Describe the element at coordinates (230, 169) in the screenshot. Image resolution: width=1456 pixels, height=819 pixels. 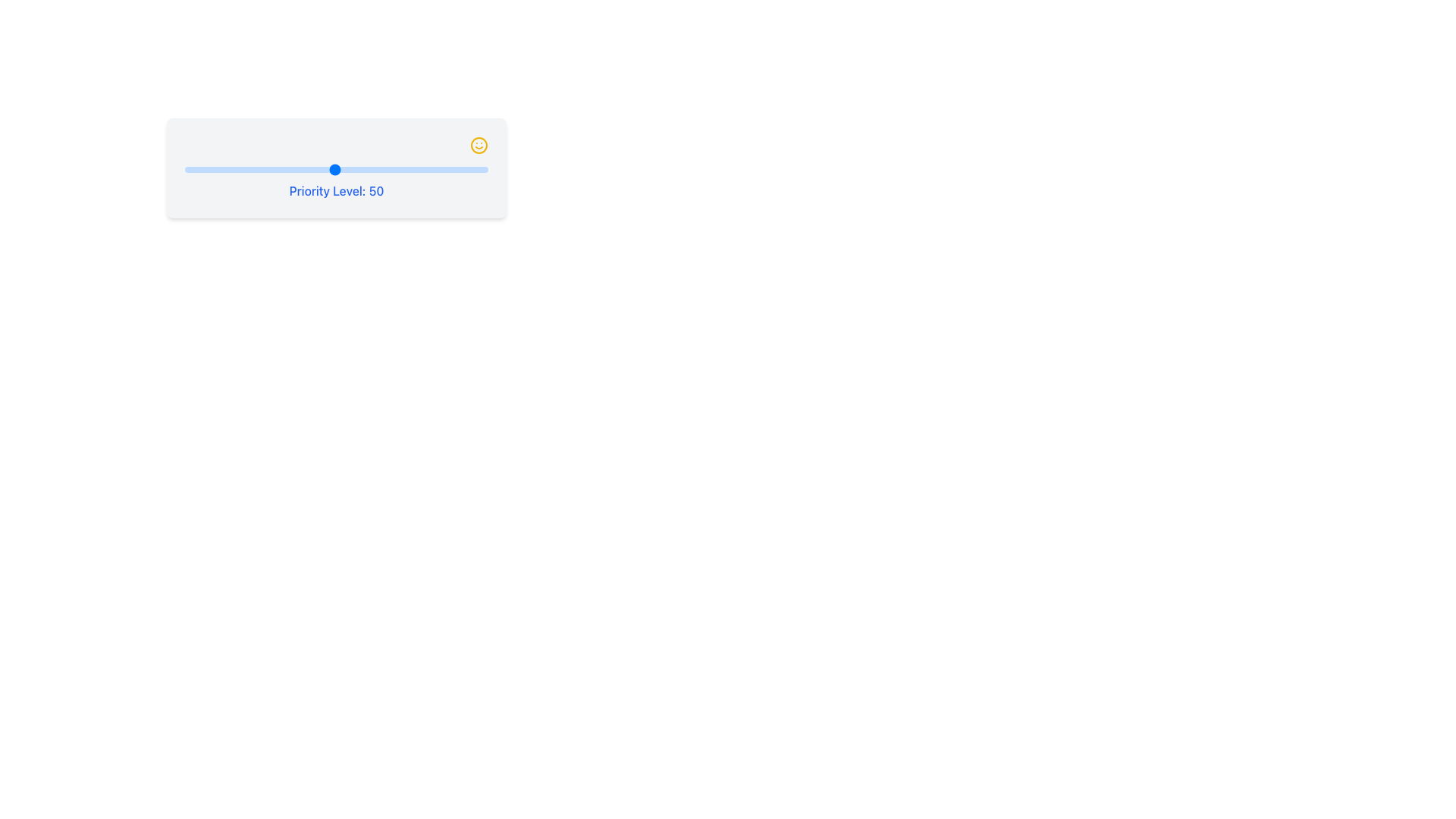
I see `the priority level` at that location.